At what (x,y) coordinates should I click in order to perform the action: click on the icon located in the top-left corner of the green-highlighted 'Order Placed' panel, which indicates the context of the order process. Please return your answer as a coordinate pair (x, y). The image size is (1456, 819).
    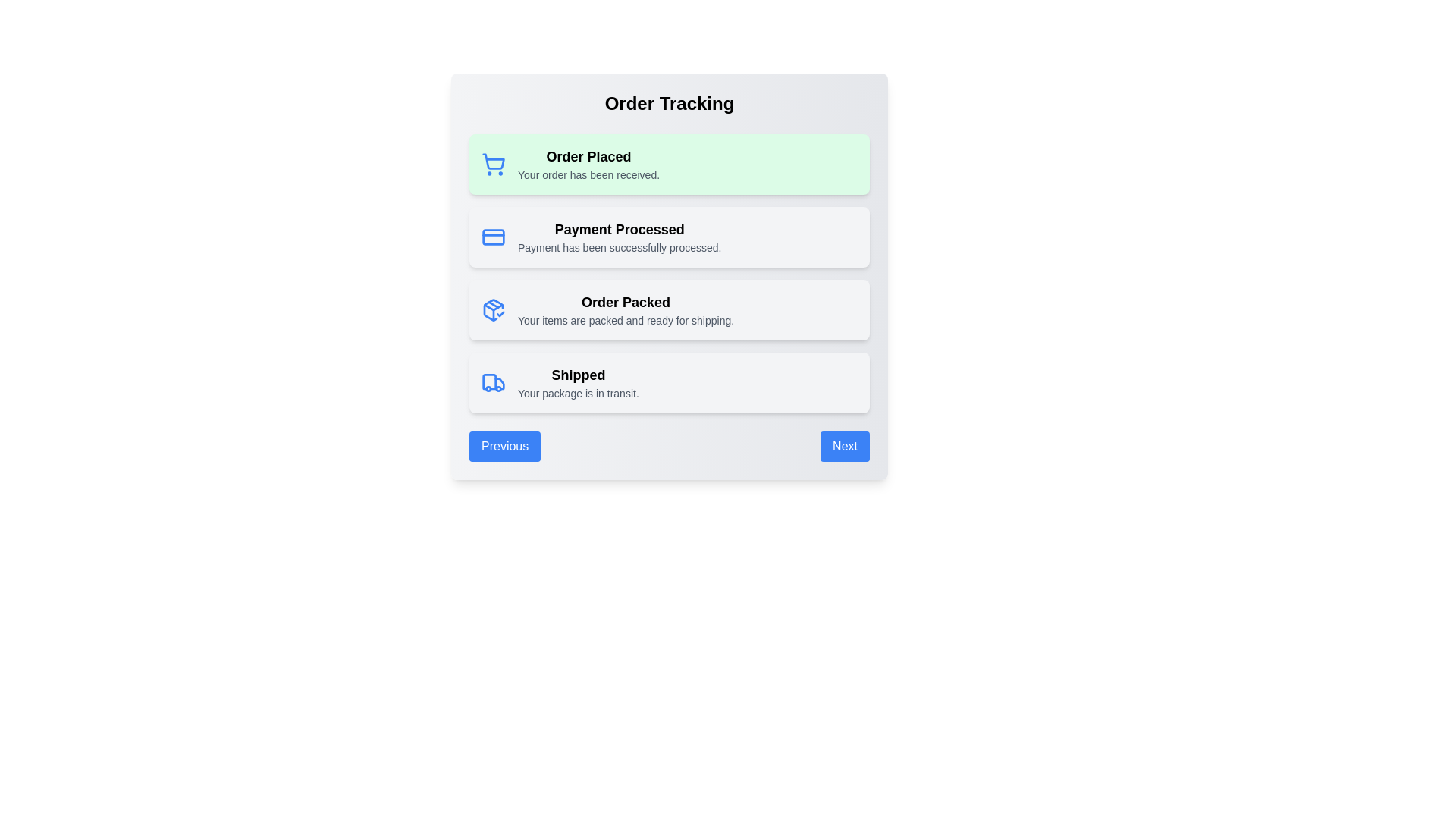
    Looking at the image, I should click on (494, 164).